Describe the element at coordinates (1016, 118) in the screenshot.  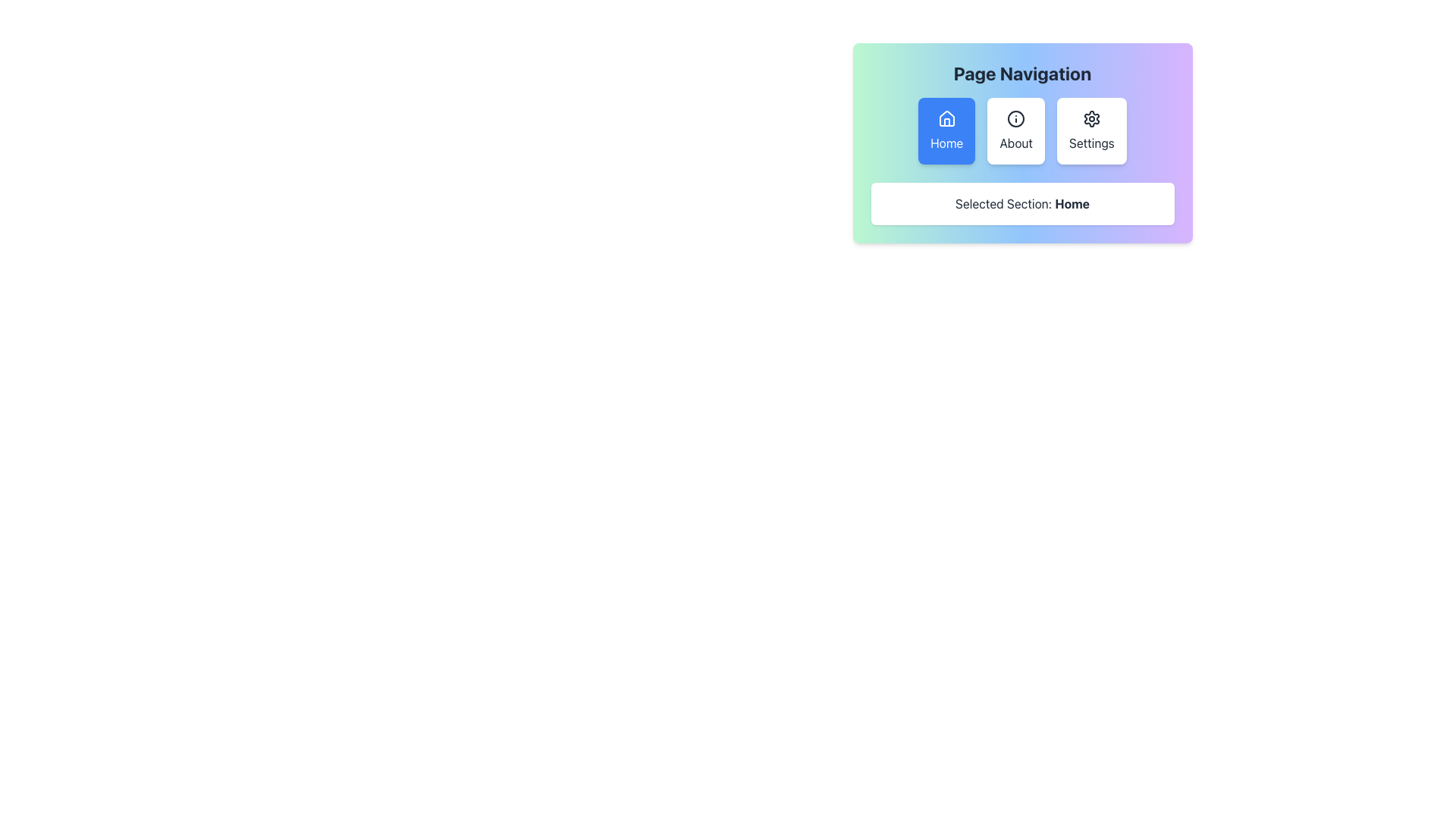
I see `the circular information icon located centrally in the 'About' section of the navigation card` at that location.